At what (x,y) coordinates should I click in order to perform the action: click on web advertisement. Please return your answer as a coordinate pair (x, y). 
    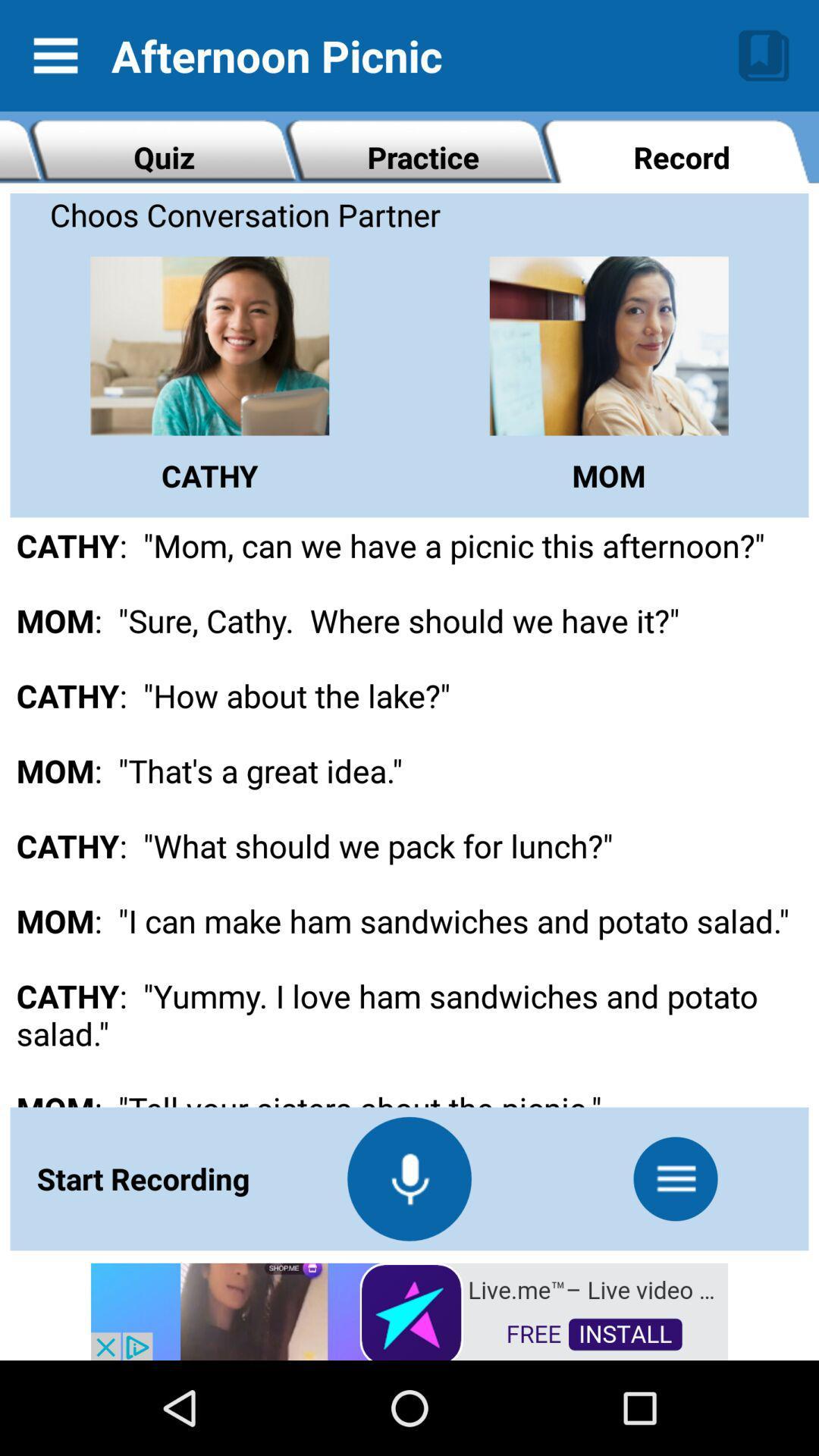
    Looking at the image, I should click on (409, 1310).